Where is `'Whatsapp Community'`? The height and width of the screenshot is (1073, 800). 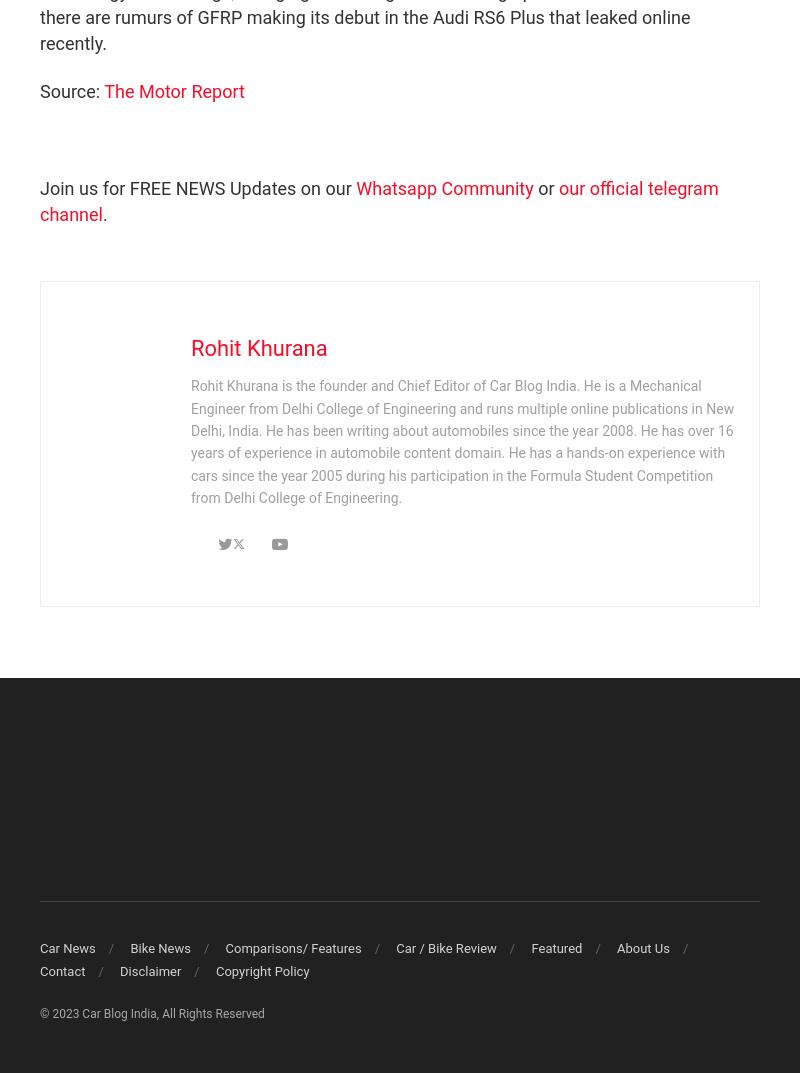 'Whatsapp Community' is located at coordinates (443, 188).